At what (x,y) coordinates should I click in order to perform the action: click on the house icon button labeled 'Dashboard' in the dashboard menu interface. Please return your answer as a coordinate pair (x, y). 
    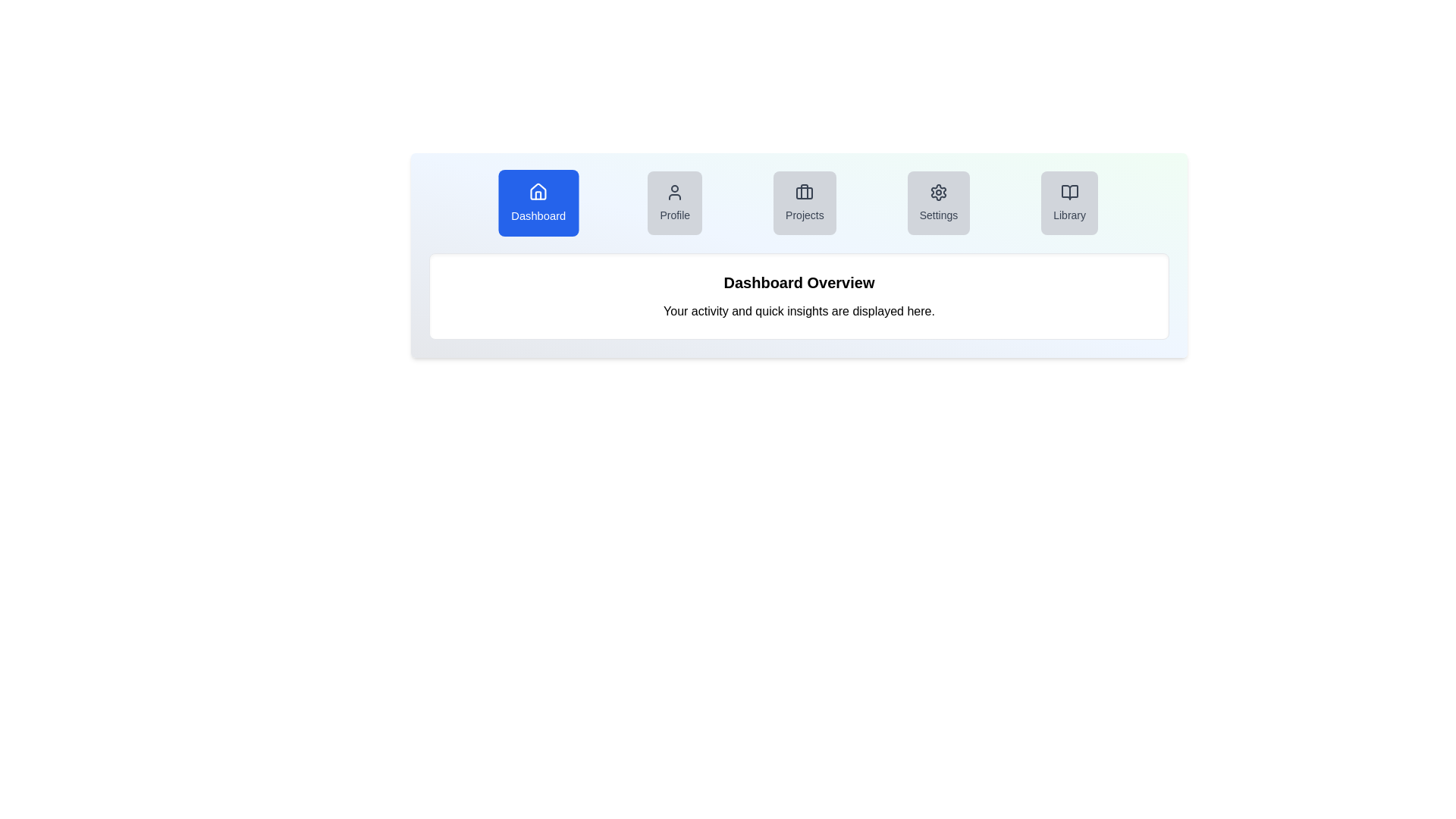
    Looking at the image, I should click on (538, 190).